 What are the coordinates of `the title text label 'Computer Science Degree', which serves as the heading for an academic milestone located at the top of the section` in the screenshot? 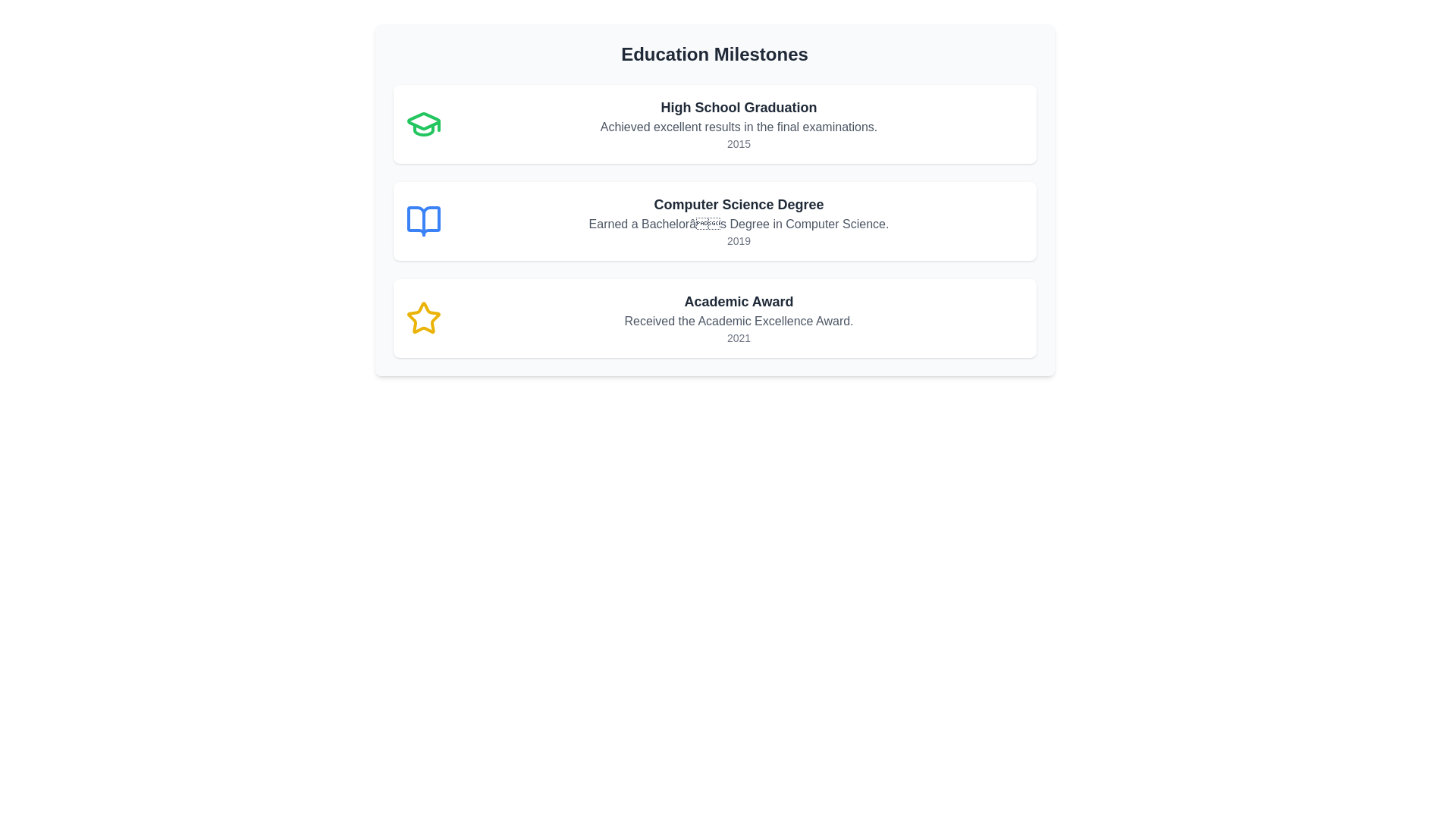 It's located at (739, 205).